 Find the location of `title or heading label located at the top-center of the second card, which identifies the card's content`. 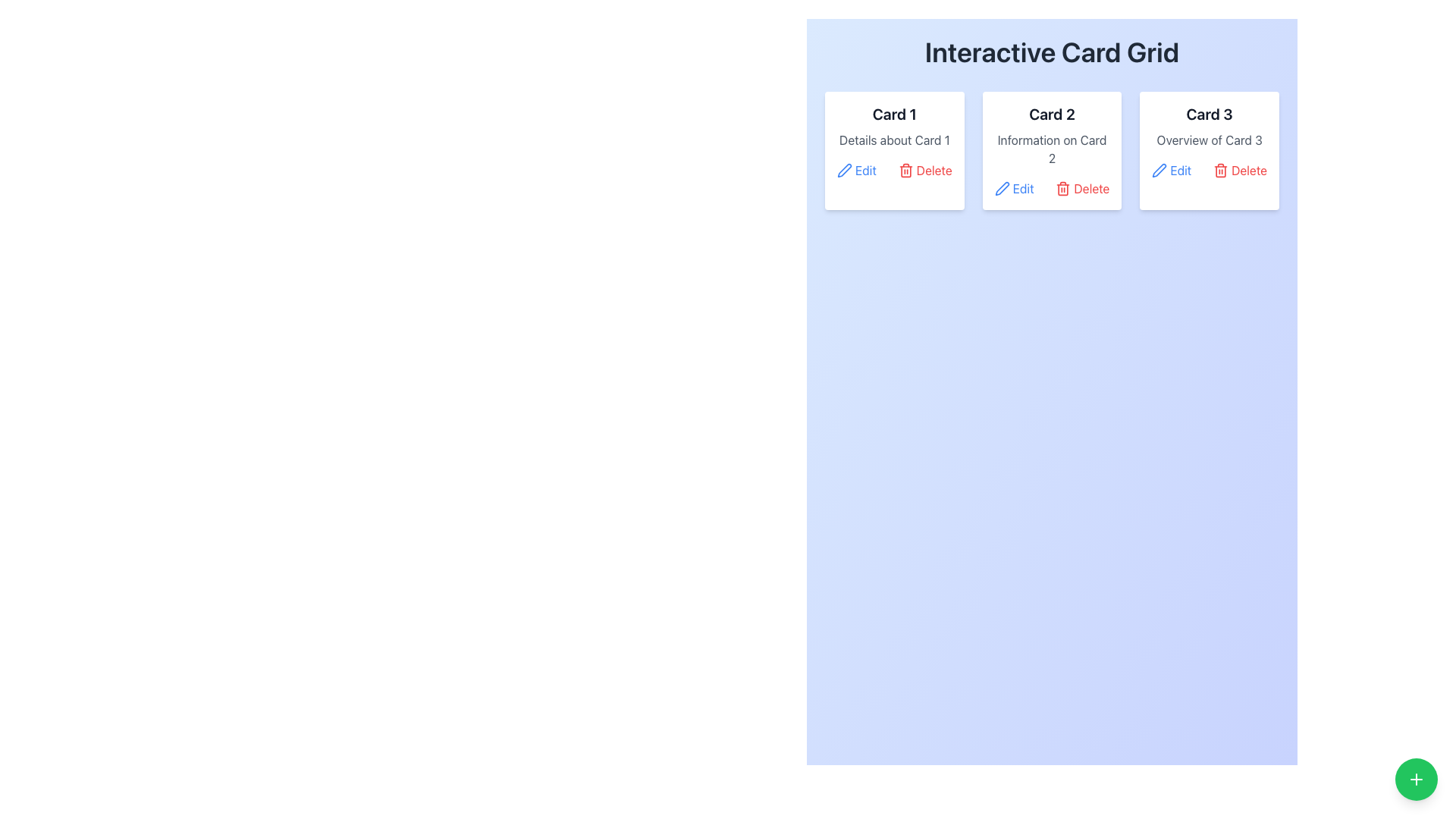

title or heading label located at the top-center of the second card, which identifies the card's content is located at coordinates (1051, 113).